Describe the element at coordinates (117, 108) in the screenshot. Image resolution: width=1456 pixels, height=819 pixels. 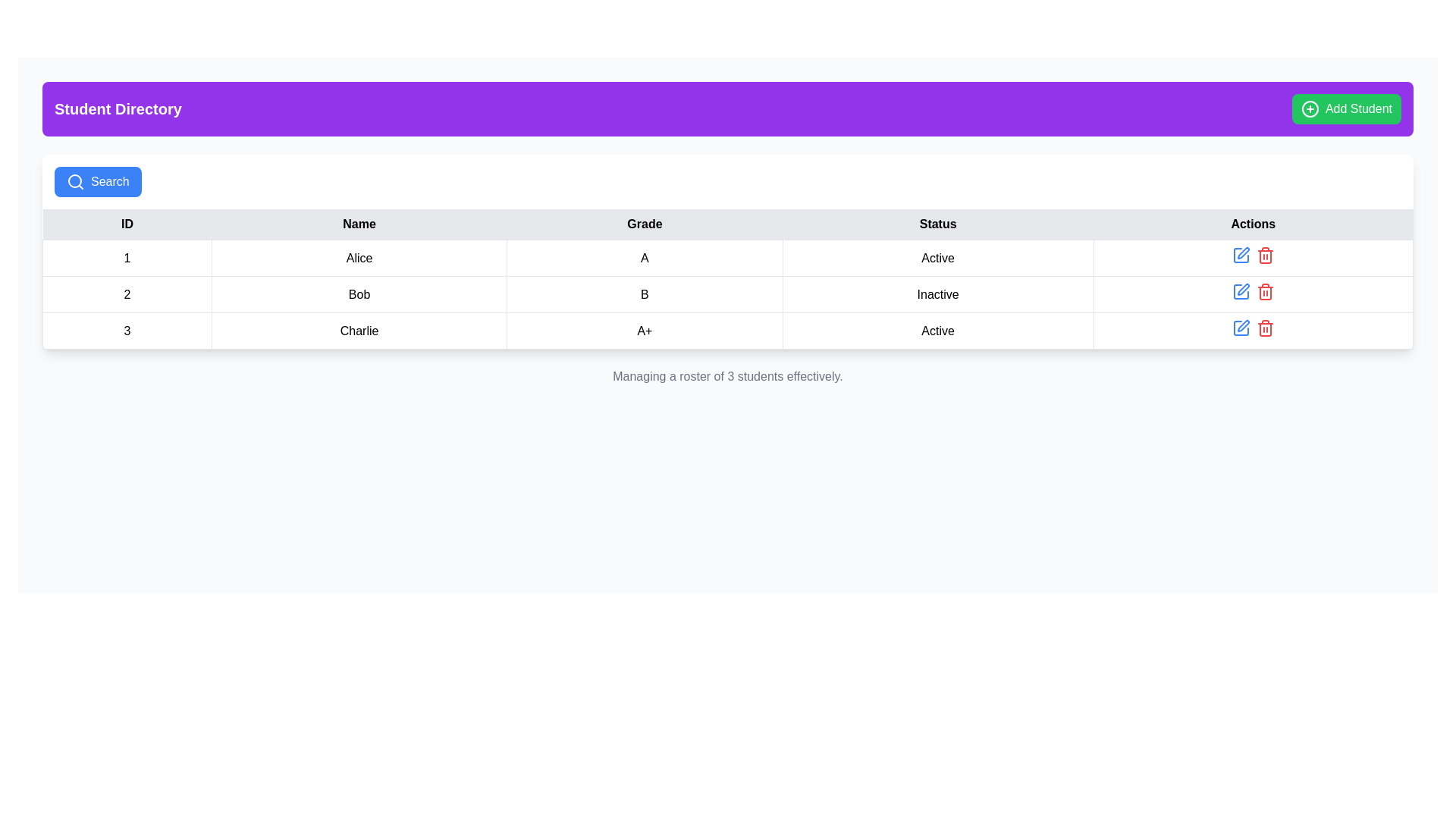
I see `the 'Student Directory' text label, which is prominently displayed in bold white text on a purple background in the top-left area of the header section` at that location.